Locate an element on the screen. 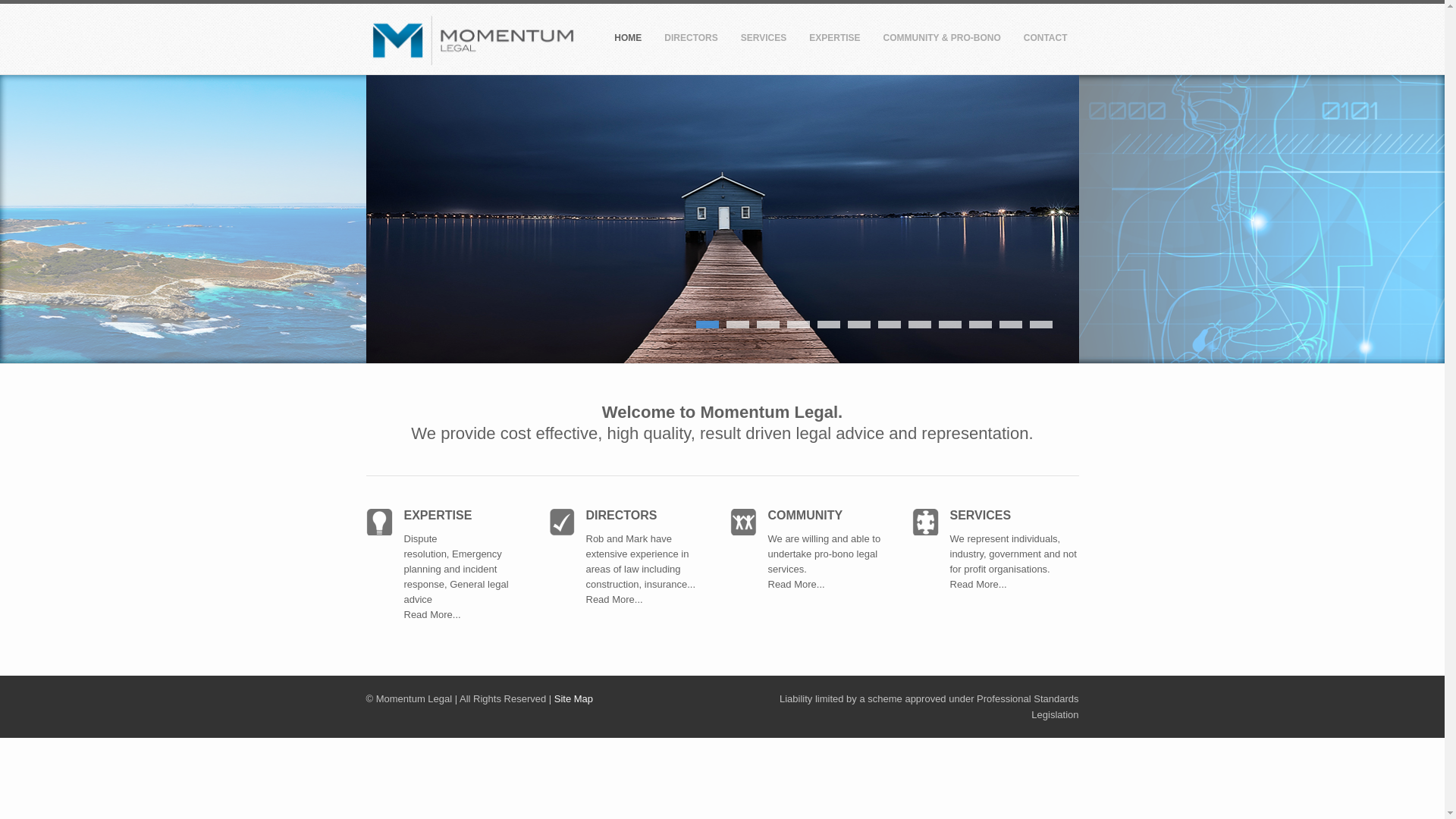 This screenshot has width=1456, height=819. '8' is located at coordinates (919, 324).